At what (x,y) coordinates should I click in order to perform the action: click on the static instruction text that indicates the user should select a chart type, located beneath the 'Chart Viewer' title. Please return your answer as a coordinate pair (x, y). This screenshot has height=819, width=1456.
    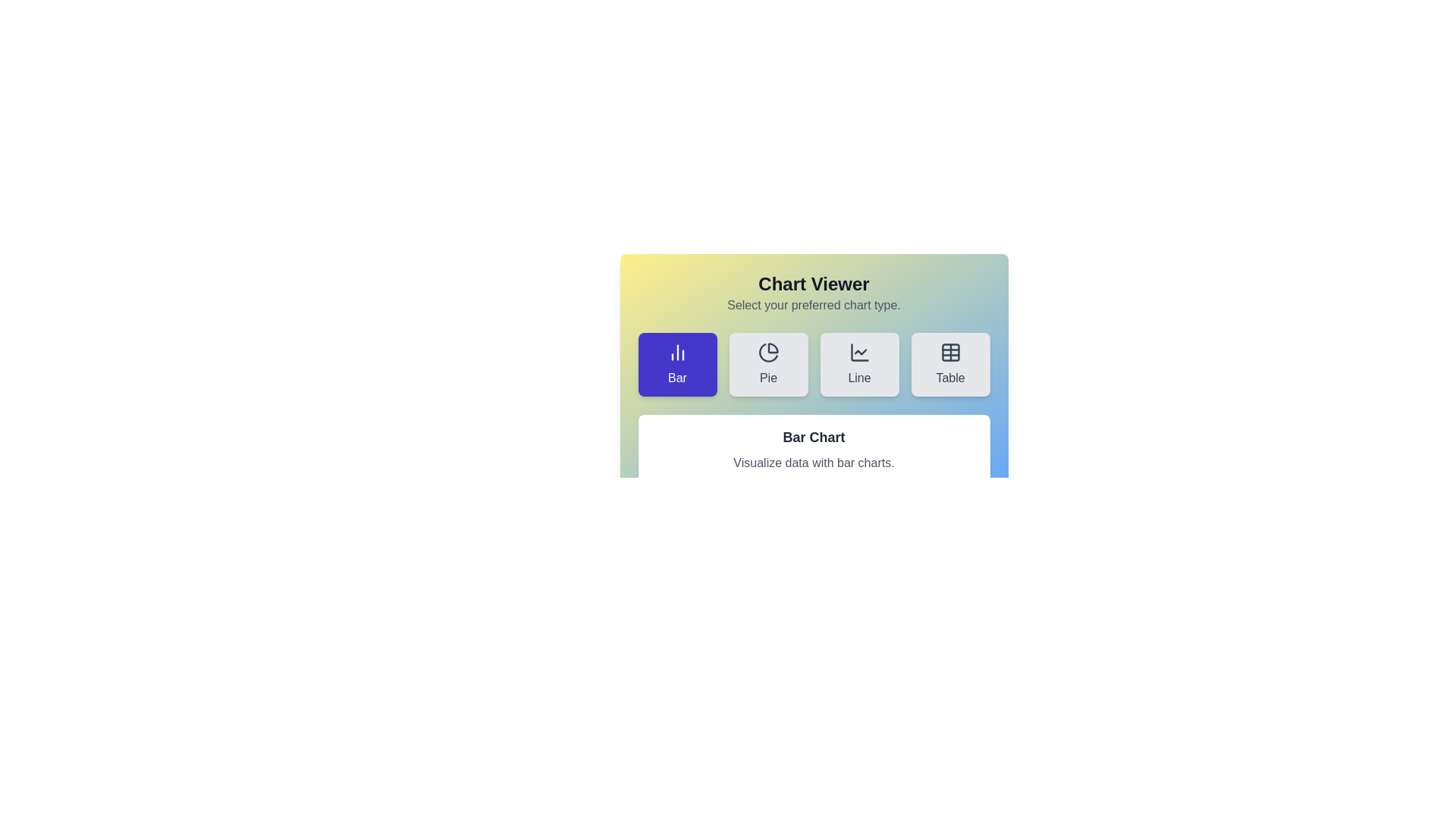
    Looking at the image, I should click on (813, 305).